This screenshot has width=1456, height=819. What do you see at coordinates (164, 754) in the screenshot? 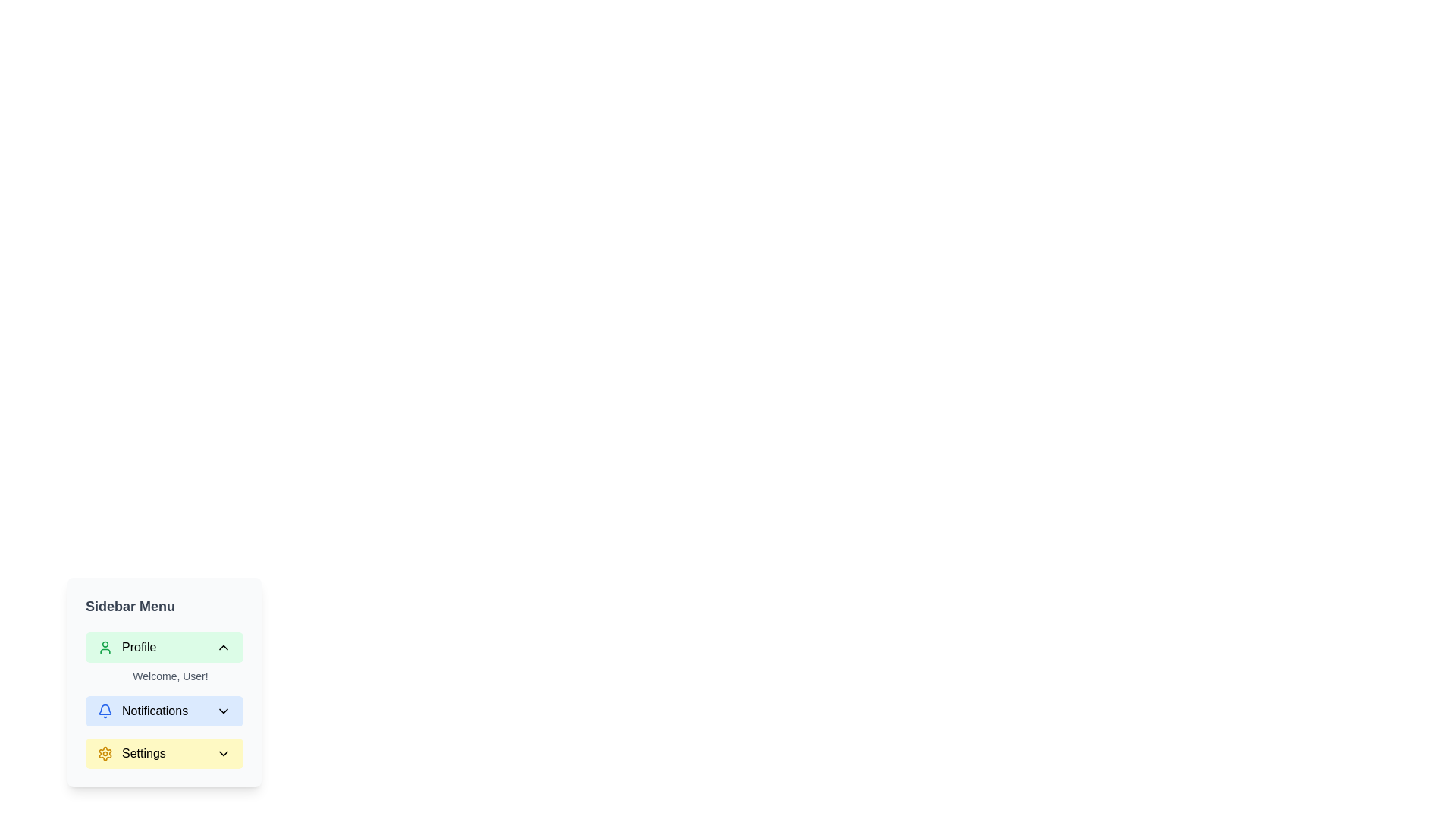
I see `the 'Settings' menu item, which has a yellow background, rounded corners, and is the third option in the sidebar menu` at bounding box center [164, 754].